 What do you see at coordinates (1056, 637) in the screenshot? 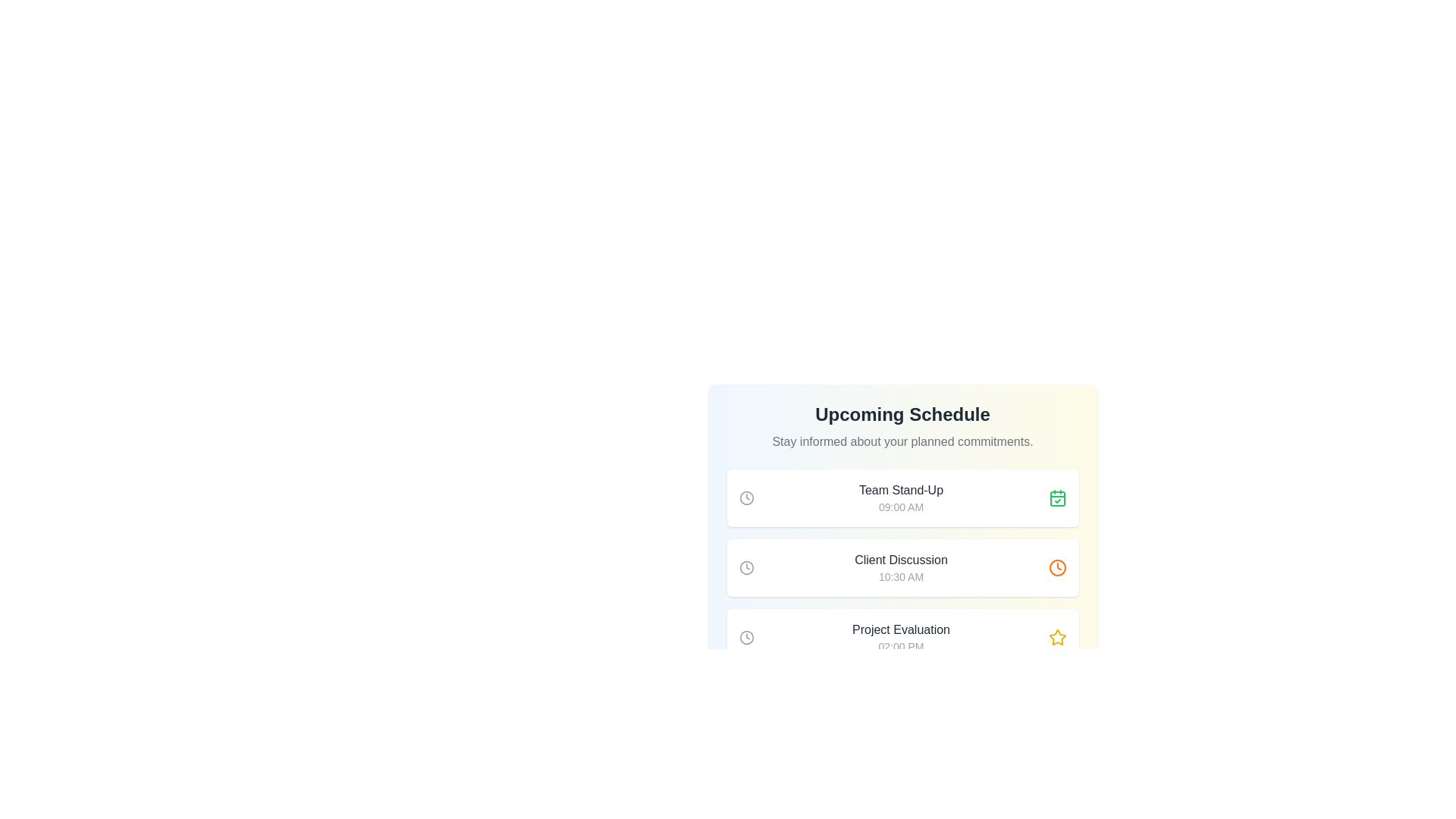
I see `the yellow star-shaped icon used for rating, located at the bottom section of a larger widget` at bounding box center [1056, 637].